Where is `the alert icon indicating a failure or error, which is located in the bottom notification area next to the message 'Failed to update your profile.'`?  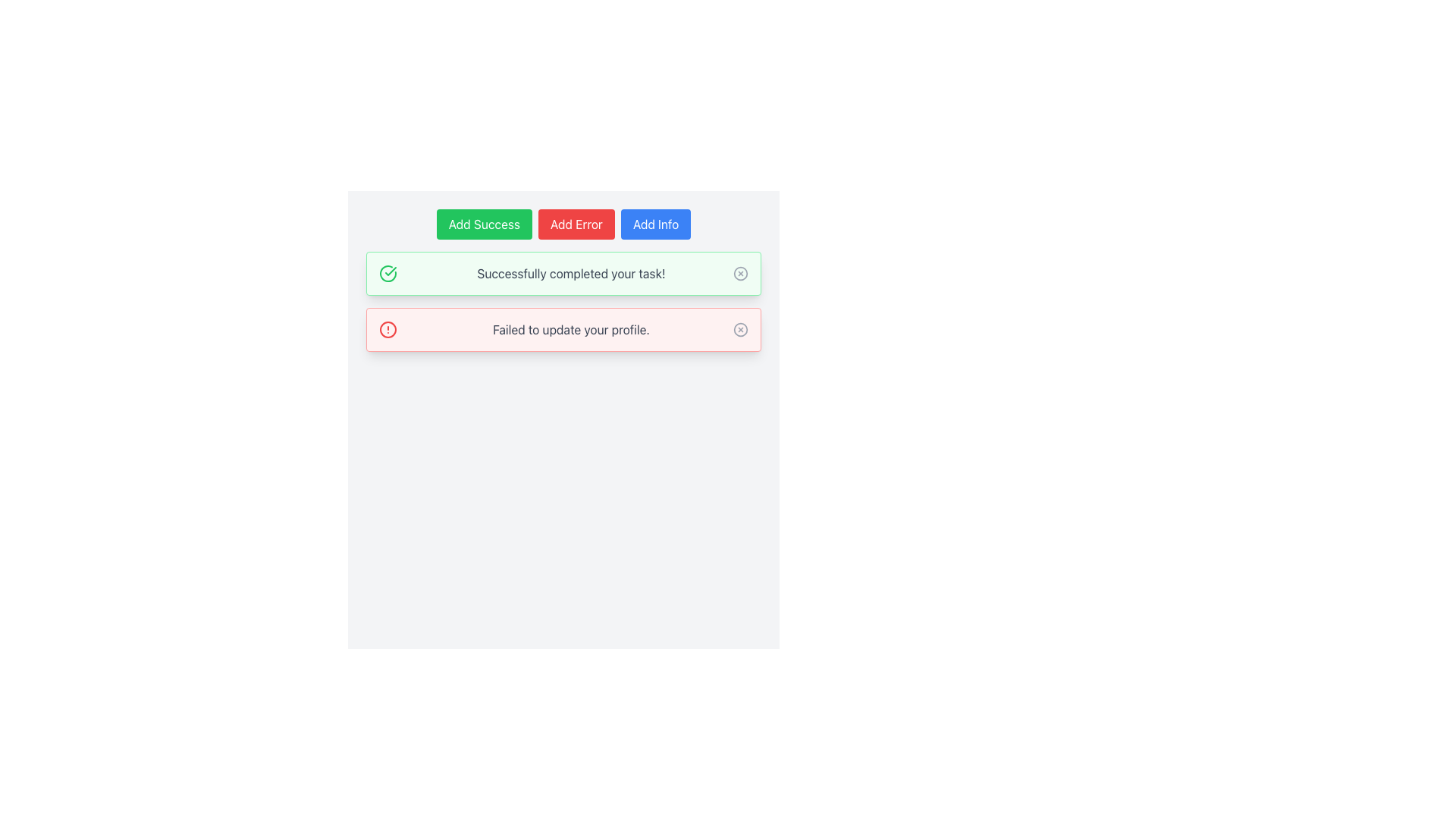 the alert icon indicating a failure or error, which is located in the bottom notification area next to the message 'Failed to update your profile.' is located at coordinates (388, 329).